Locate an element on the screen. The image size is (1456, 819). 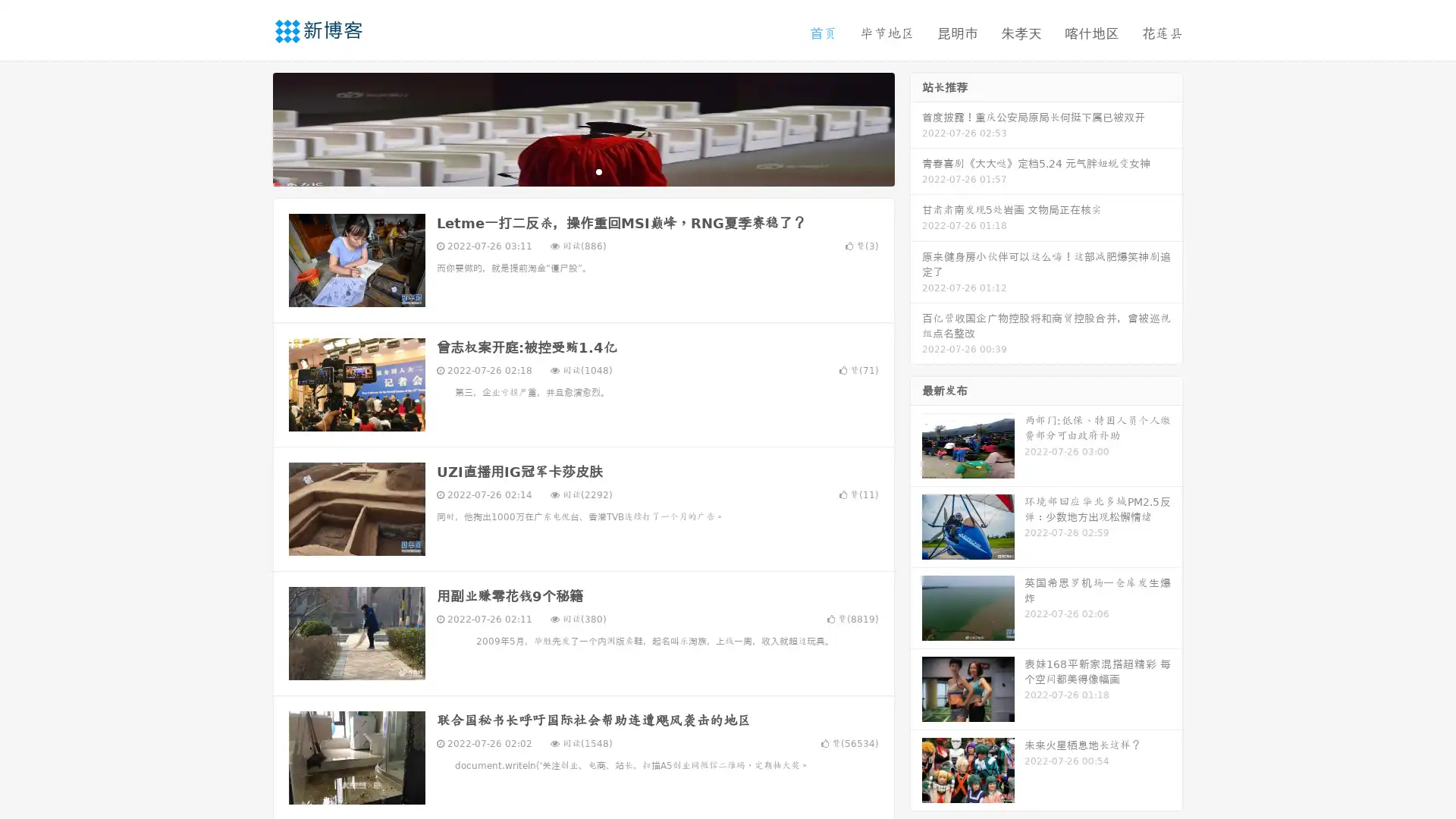
Go to slide 1 is located at coordinates (567, 171).